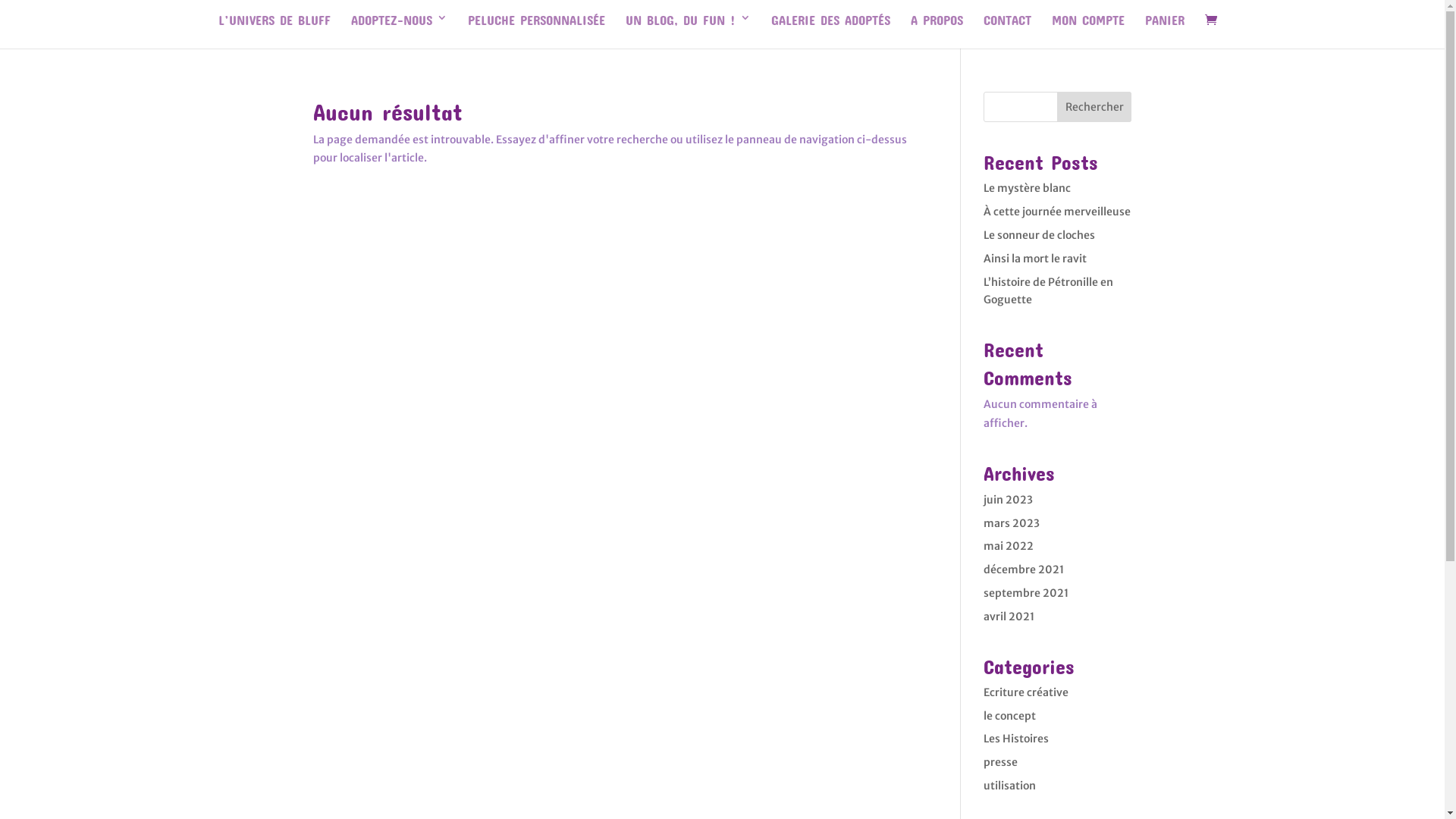 This screenshot has width=1456, height=819. What do you see at coordinates (399, 30) in the screenshot?
I see `'ADOPTEZ-NOUS'` at bounding box center [399, 30].